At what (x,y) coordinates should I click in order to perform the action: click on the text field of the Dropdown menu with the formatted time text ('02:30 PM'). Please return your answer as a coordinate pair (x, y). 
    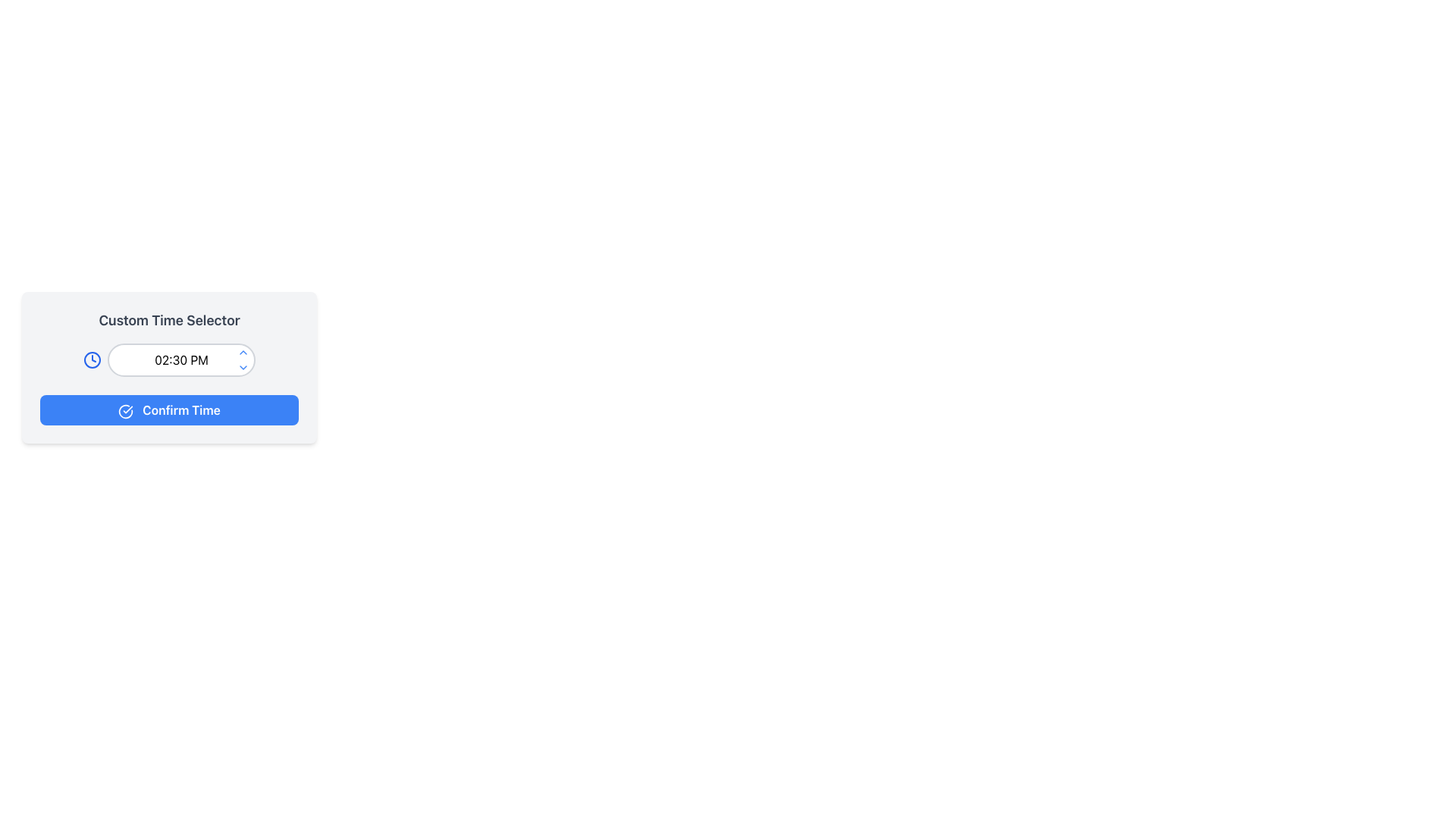
    Looking at the image, I should click on (169, 359).